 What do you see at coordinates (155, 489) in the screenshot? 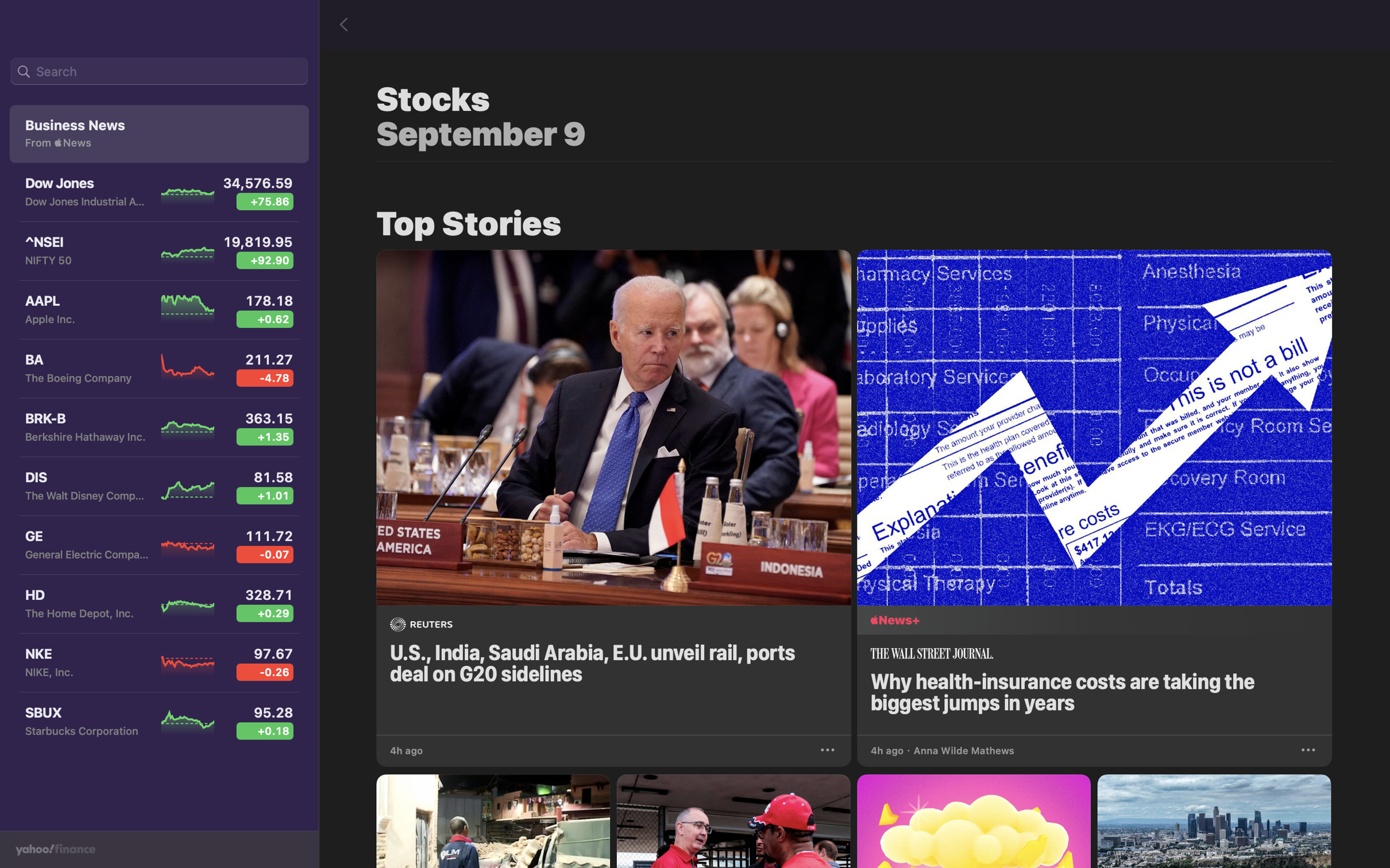
I see `the Walt Disney stock page` at bounding box center [155, 489].